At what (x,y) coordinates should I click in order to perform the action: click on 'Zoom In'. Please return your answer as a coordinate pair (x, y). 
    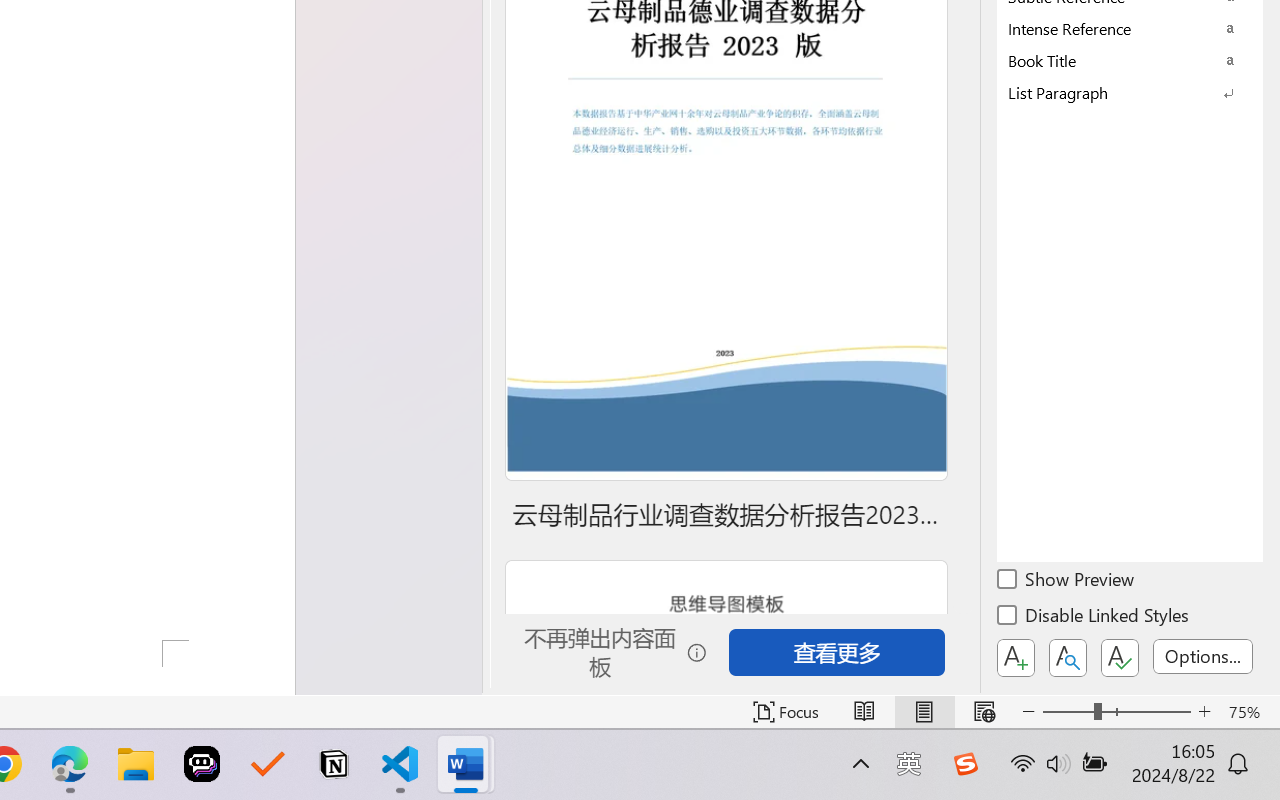
    Looking at the image, I should click on (1204, 711).